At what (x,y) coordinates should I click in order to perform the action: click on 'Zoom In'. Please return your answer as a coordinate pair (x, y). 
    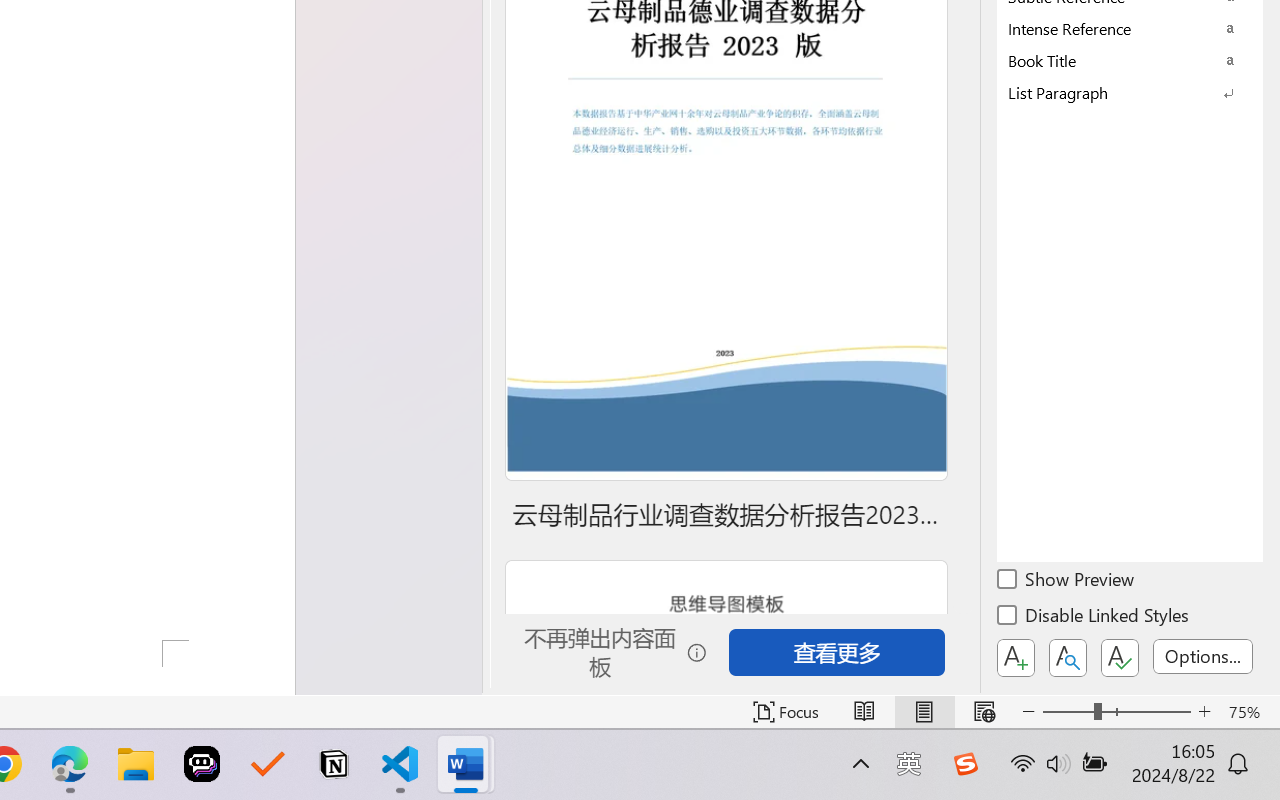
    Looking at the image, I should click on (1204, 711).